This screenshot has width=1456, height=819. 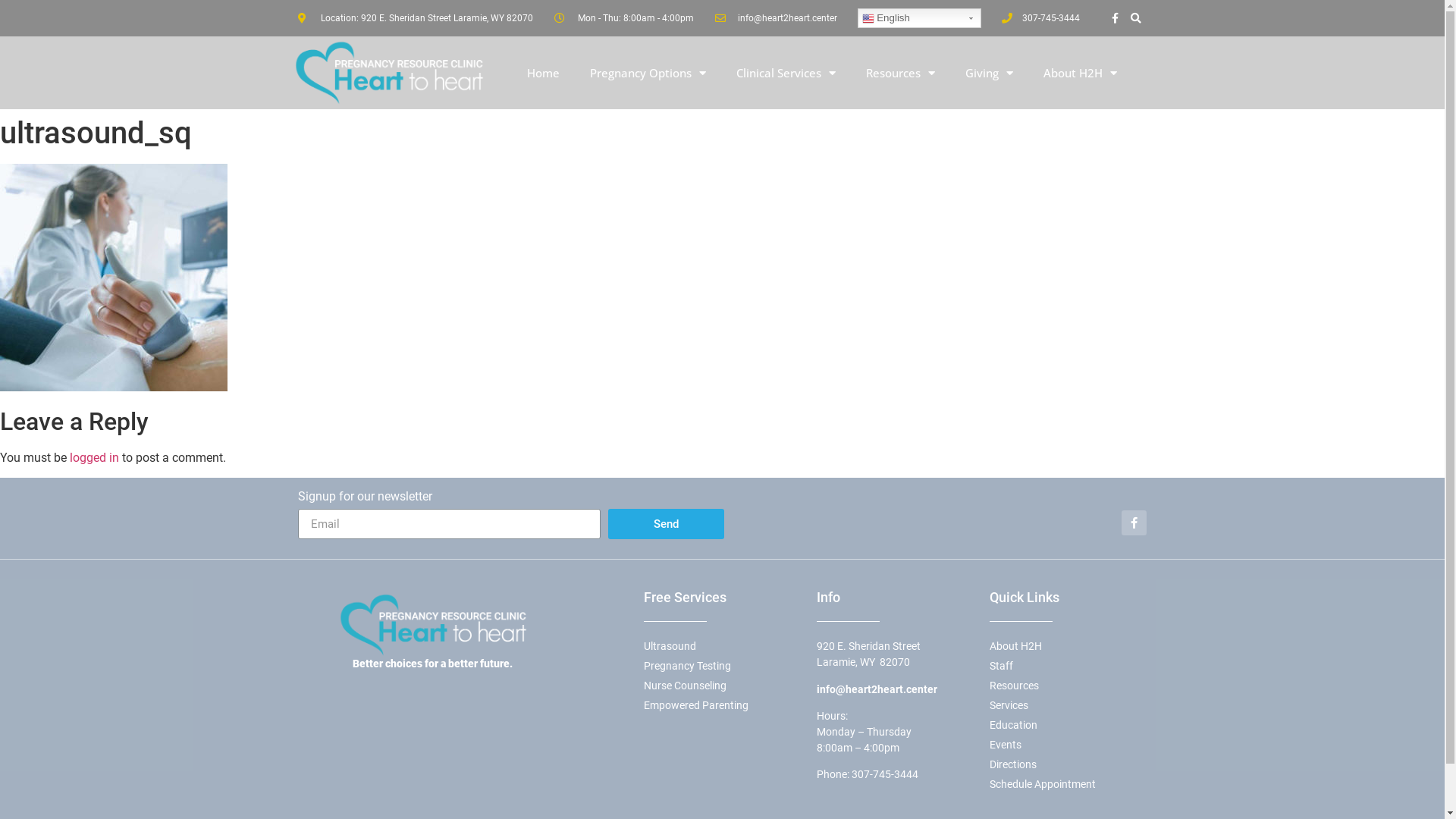 I want to click on 'Directions', so click(x=1066, y=764).